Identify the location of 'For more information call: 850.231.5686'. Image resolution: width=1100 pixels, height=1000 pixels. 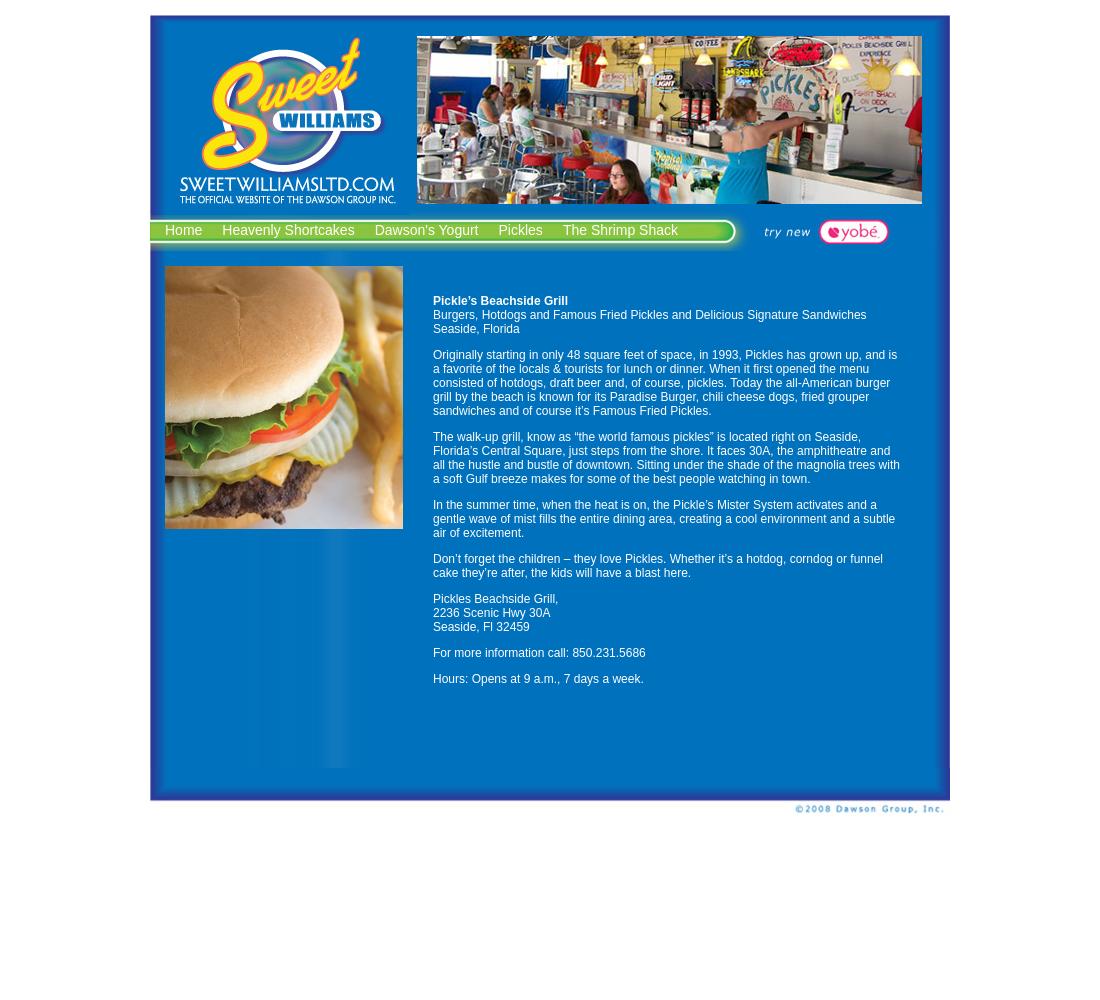
(539, 653).